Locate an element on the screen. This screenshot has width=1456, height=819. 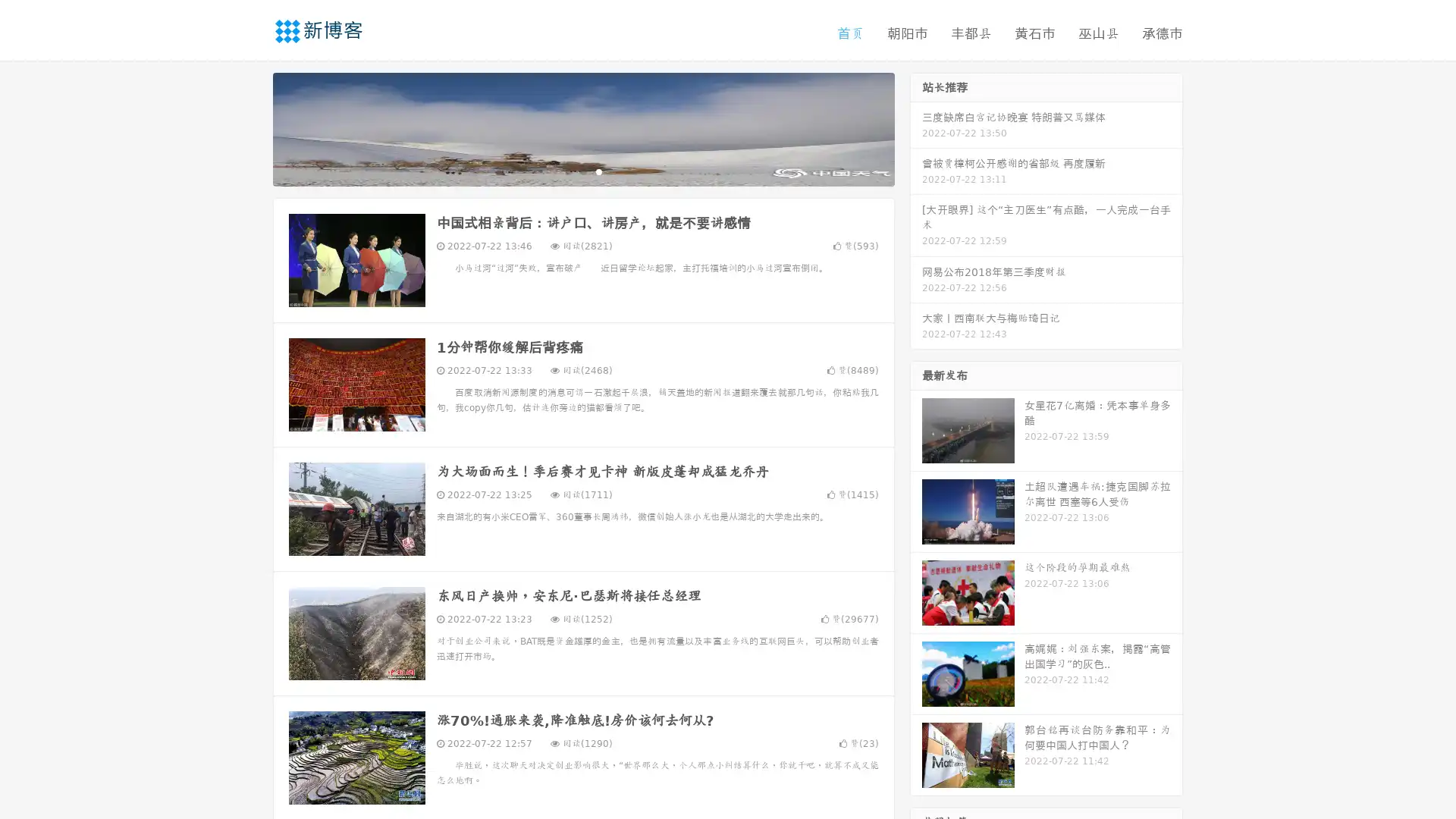
Go to slide 1 is located at coordinates (567, 171).